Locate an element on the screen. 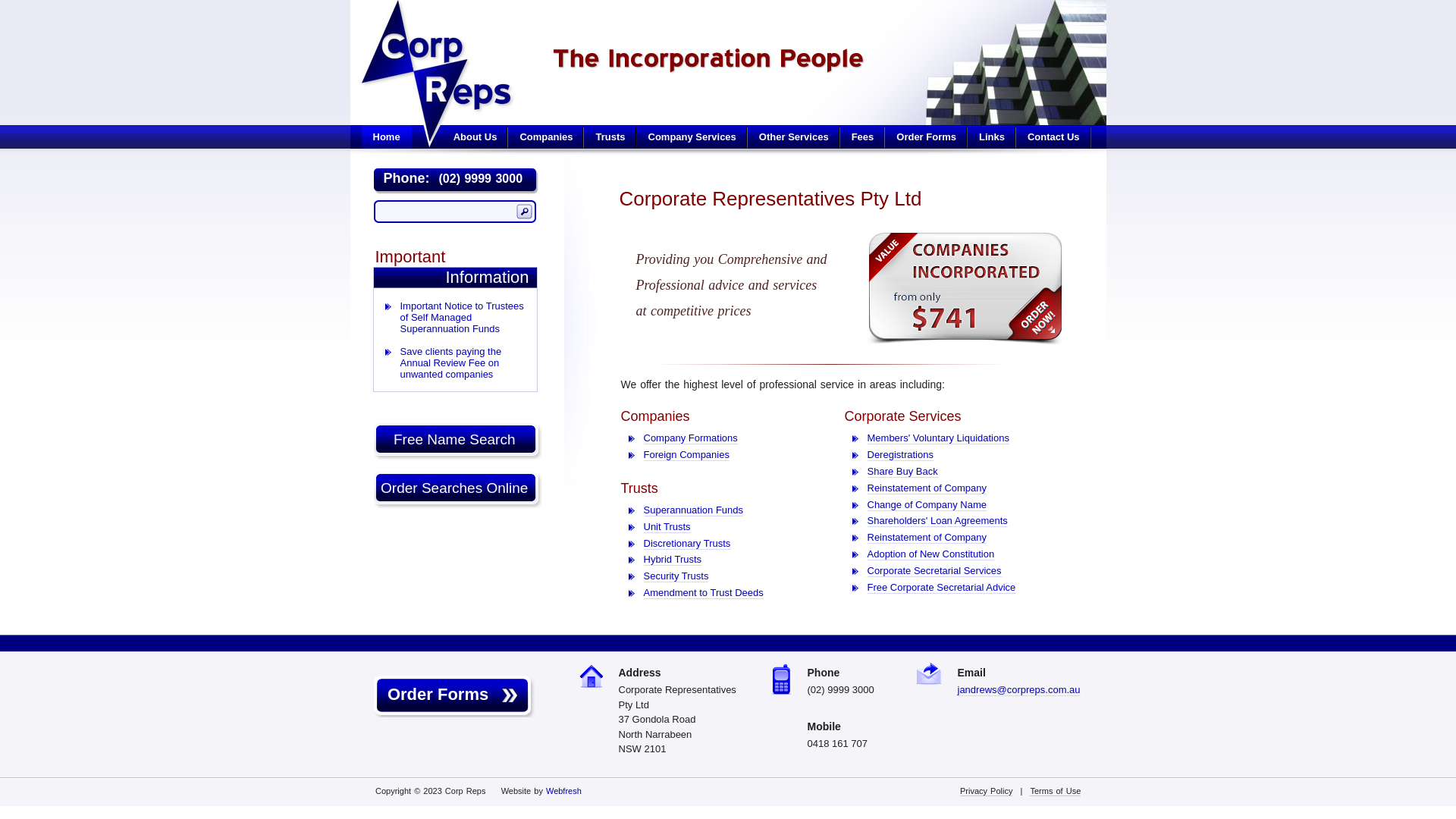 The height and width of the screenshot is (819, 1456). 'Company Services' is located at coordinates (691, 136).